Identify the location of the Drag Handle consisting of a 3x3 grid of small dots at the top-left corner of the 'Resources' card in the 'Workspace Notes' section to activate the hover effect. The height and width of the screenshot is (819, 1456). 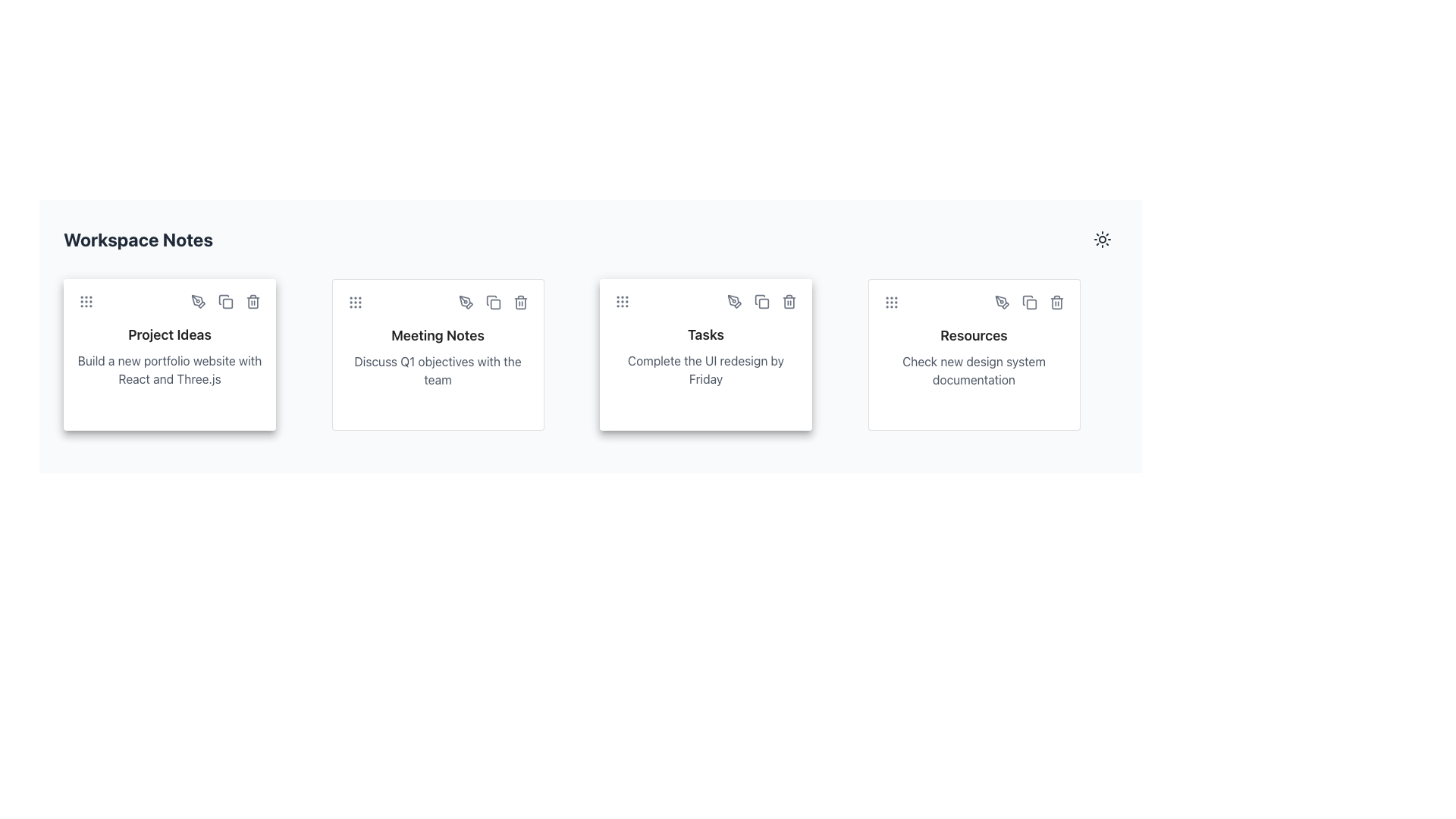
(891, 302).